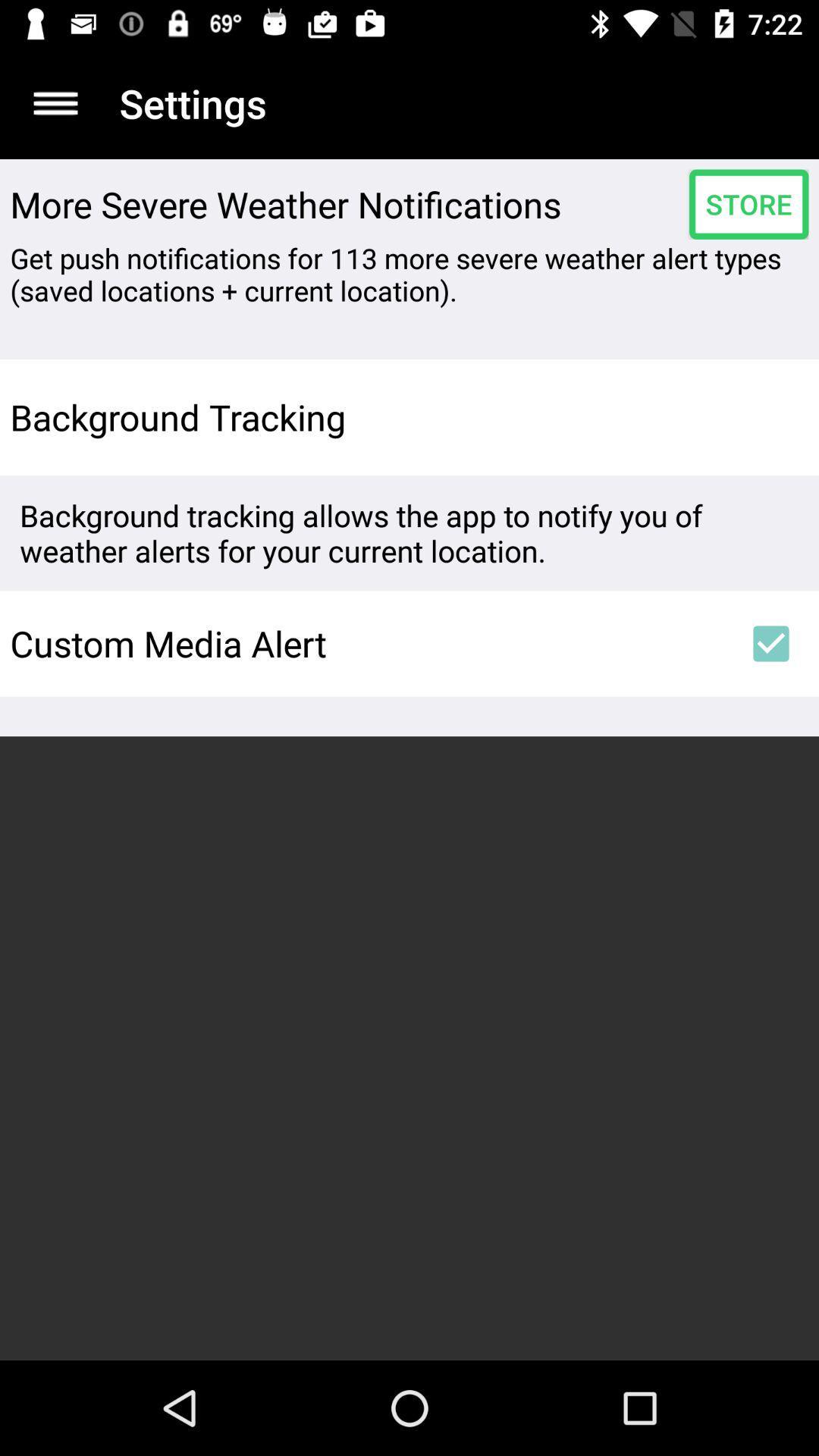  I want to click on icon above the get push notifications item, so click(748, 203).